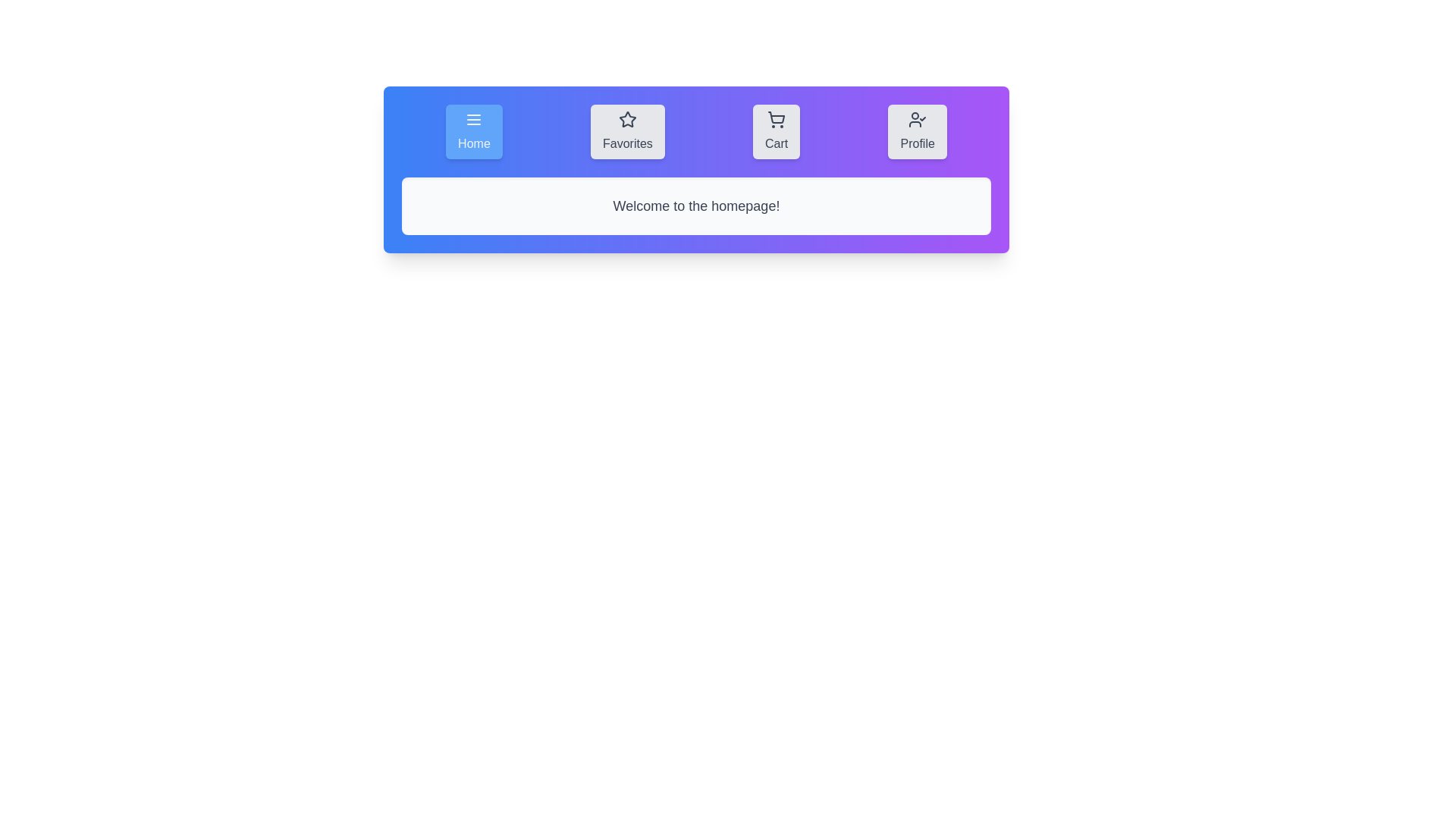  What do you see at coordinates (917, 130) in the screenshot?
I see `the 'Profile' button located at the far right of the navigation bar` at bounding box center [917, 130].